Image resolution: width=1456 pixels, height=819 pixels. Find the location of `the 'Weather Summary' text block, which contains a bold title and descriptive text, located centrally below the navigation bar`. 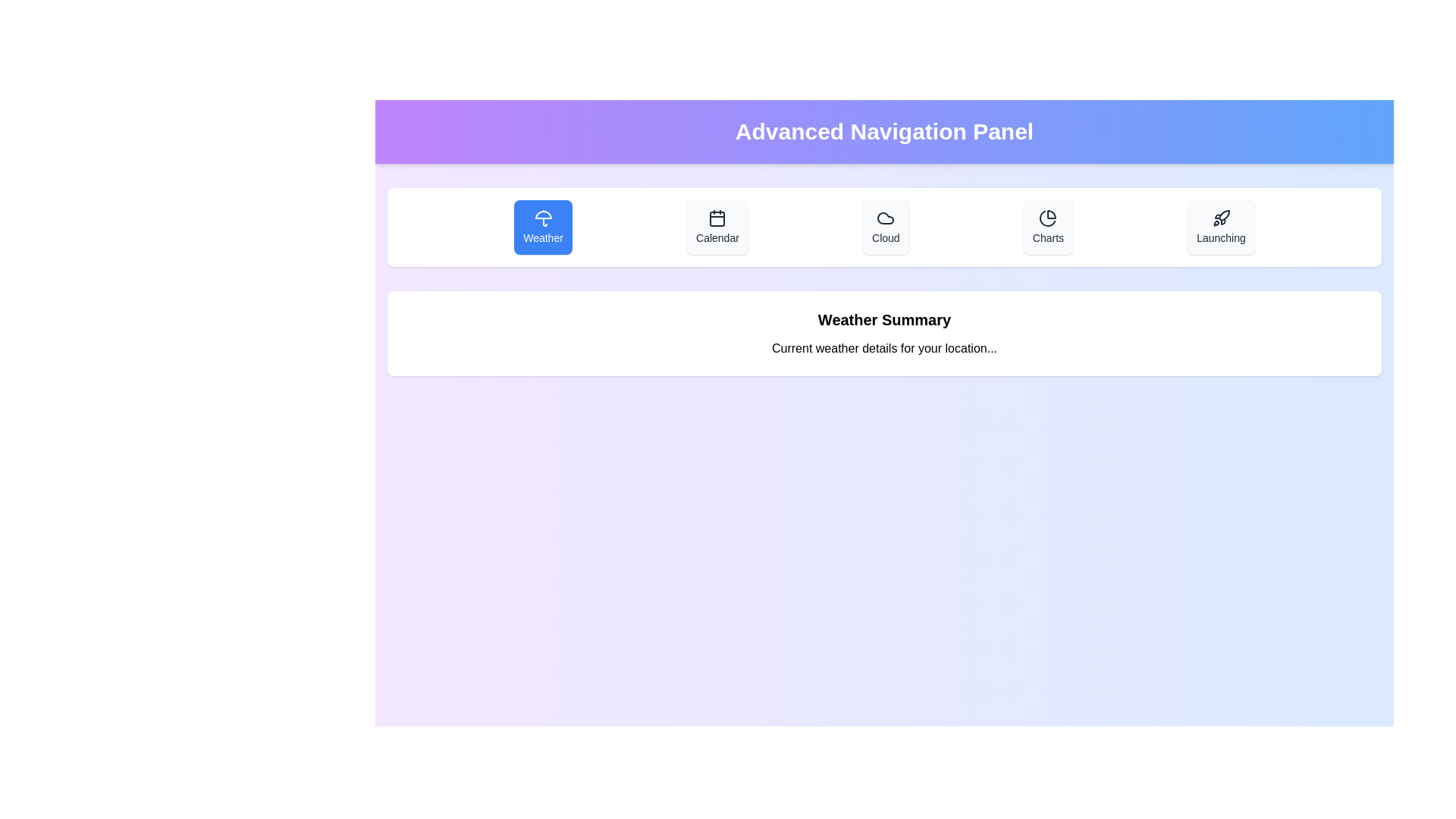

the 'Weather Summary' text block, which contains a bold title and descriptive text, located centrally below the navigation bar is located at coordinates (884, 332).